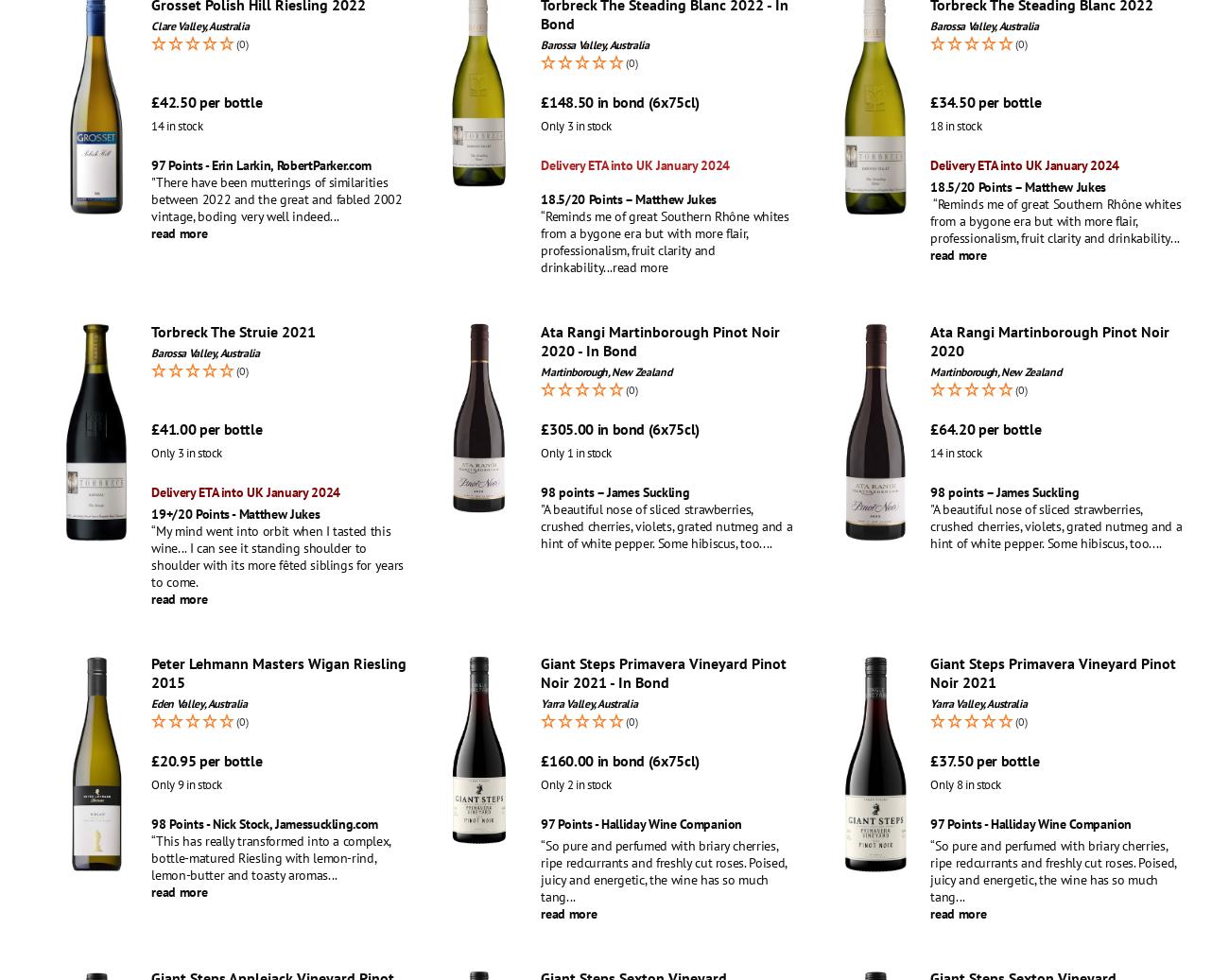  I want to click on '“This has really transformed into a complex, bottle-matured Riesling with lemon-rind, lemon-butter and toasty aromas...', so click(270, 857).